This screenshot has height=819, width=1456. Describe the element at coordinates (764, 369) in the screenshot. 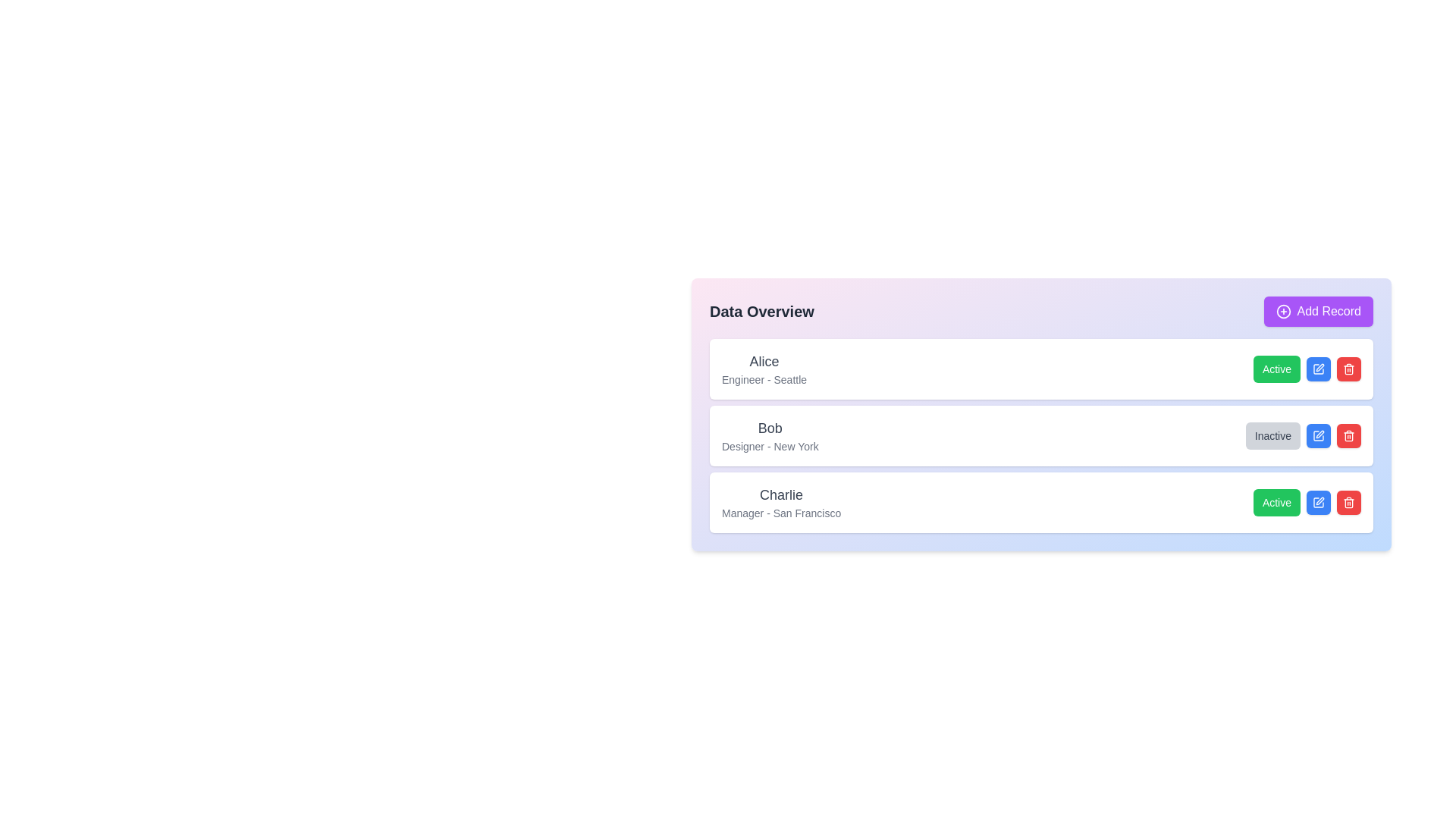

I see `the text label displaying 'Alice' and 'Engineer - Seattle', which is the first item in a list within a white rectangular card with rounded corners` at that location.